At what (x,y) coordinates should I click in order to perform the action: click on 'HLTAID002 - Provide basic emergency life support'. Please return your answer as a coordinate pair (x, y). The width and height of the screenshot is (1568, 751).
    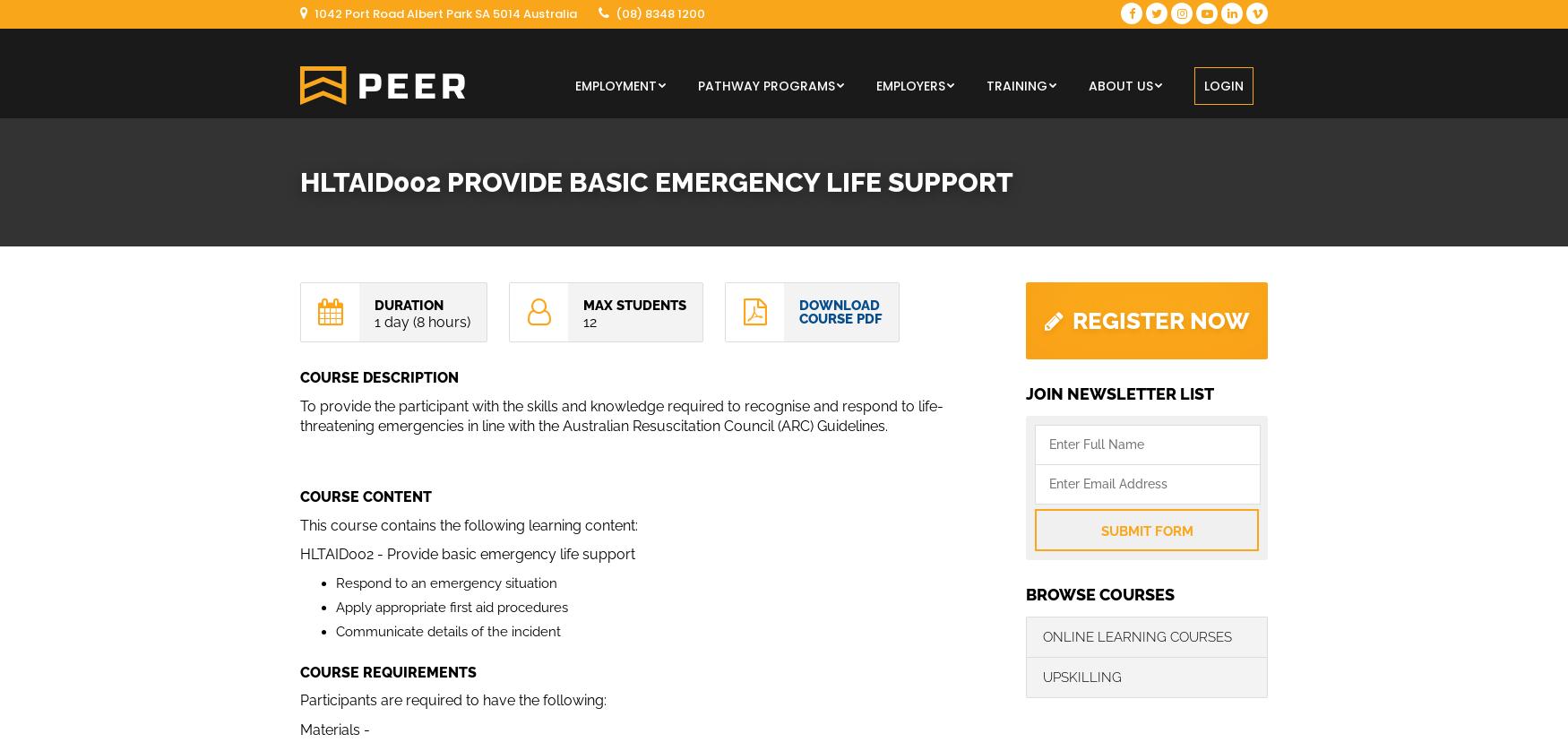
    Looking at the image, I should click on (467, 554).